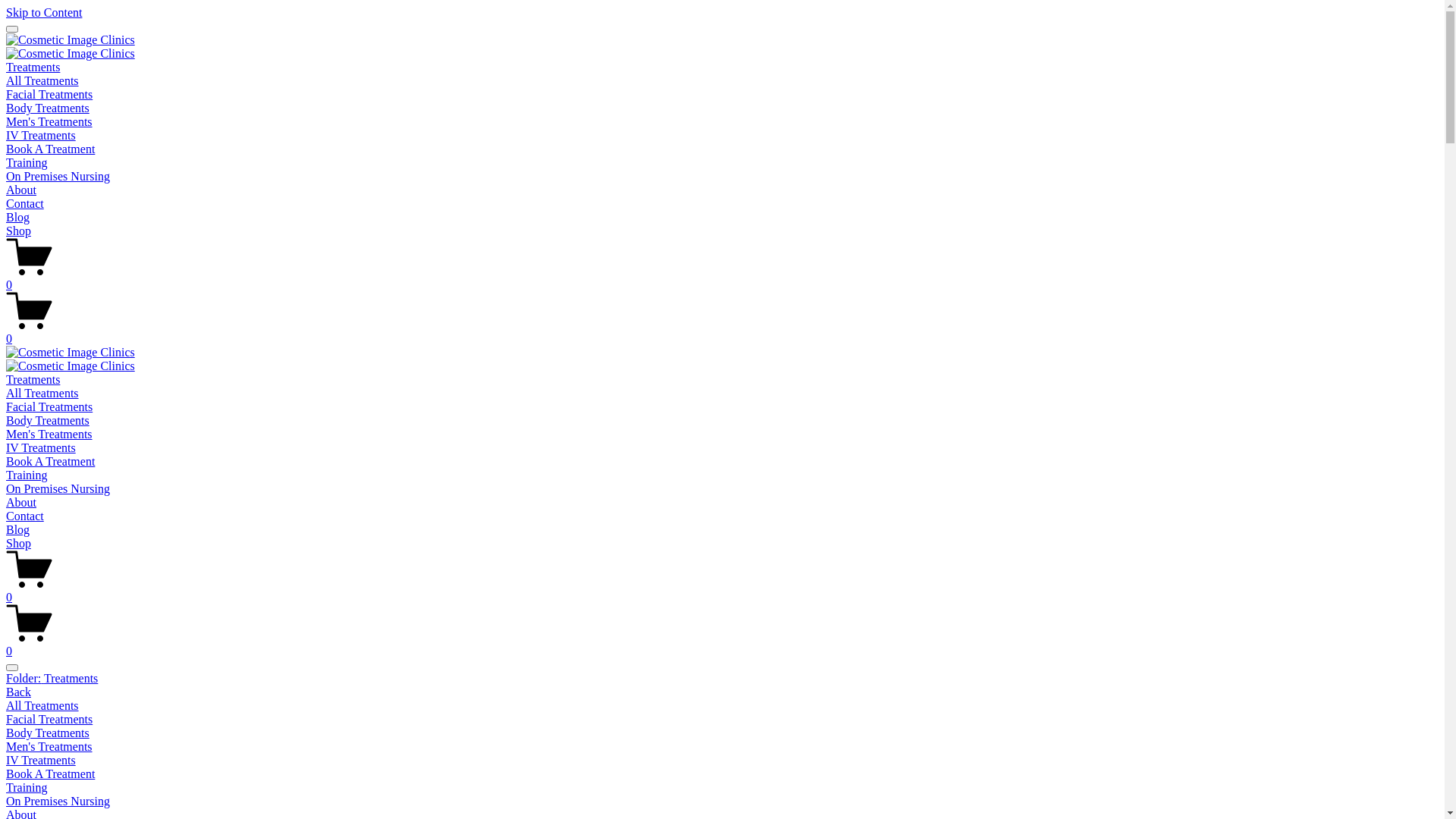  I want to click on '0', so click(6, 644).